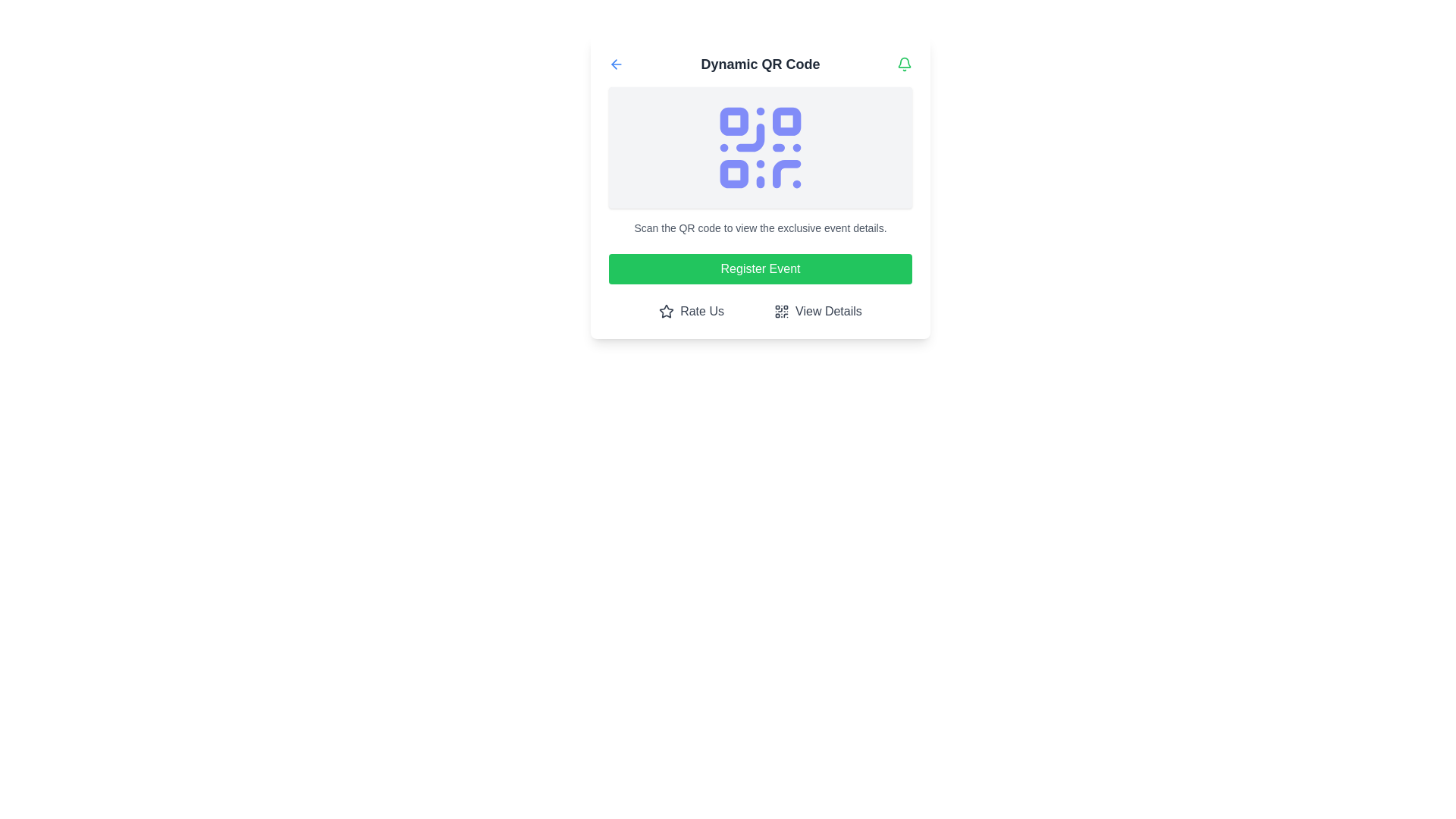  Describe the element at coordinates (761, 227) in the screenshot. I see `the Text label that provides information about scanning the QR code, located directly below the QR code image and above the 'Register Event' button` at that location.